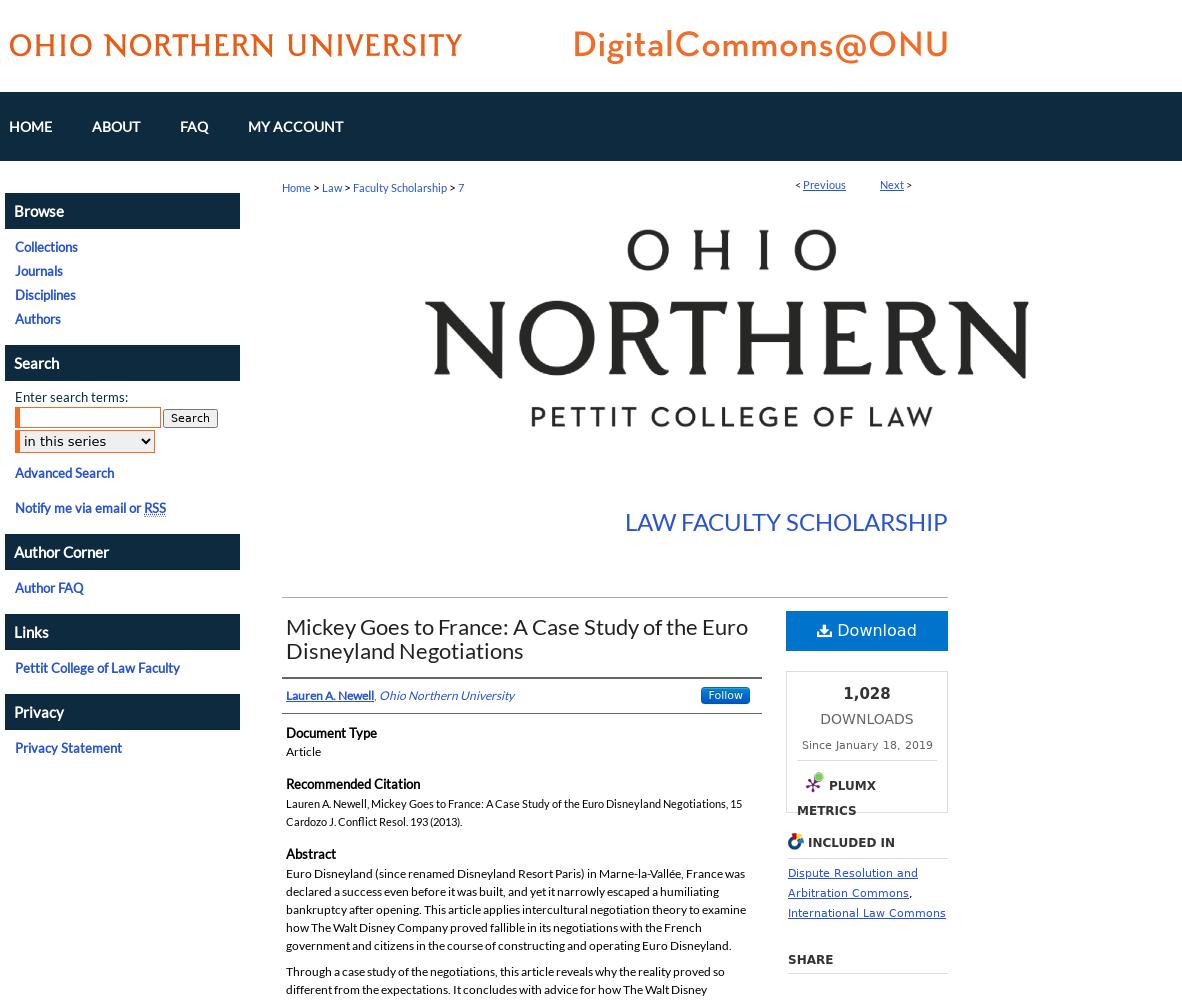  Describe the element at coordinates (310, 853) in the screenshot. I see `'Abstract'` at that location.